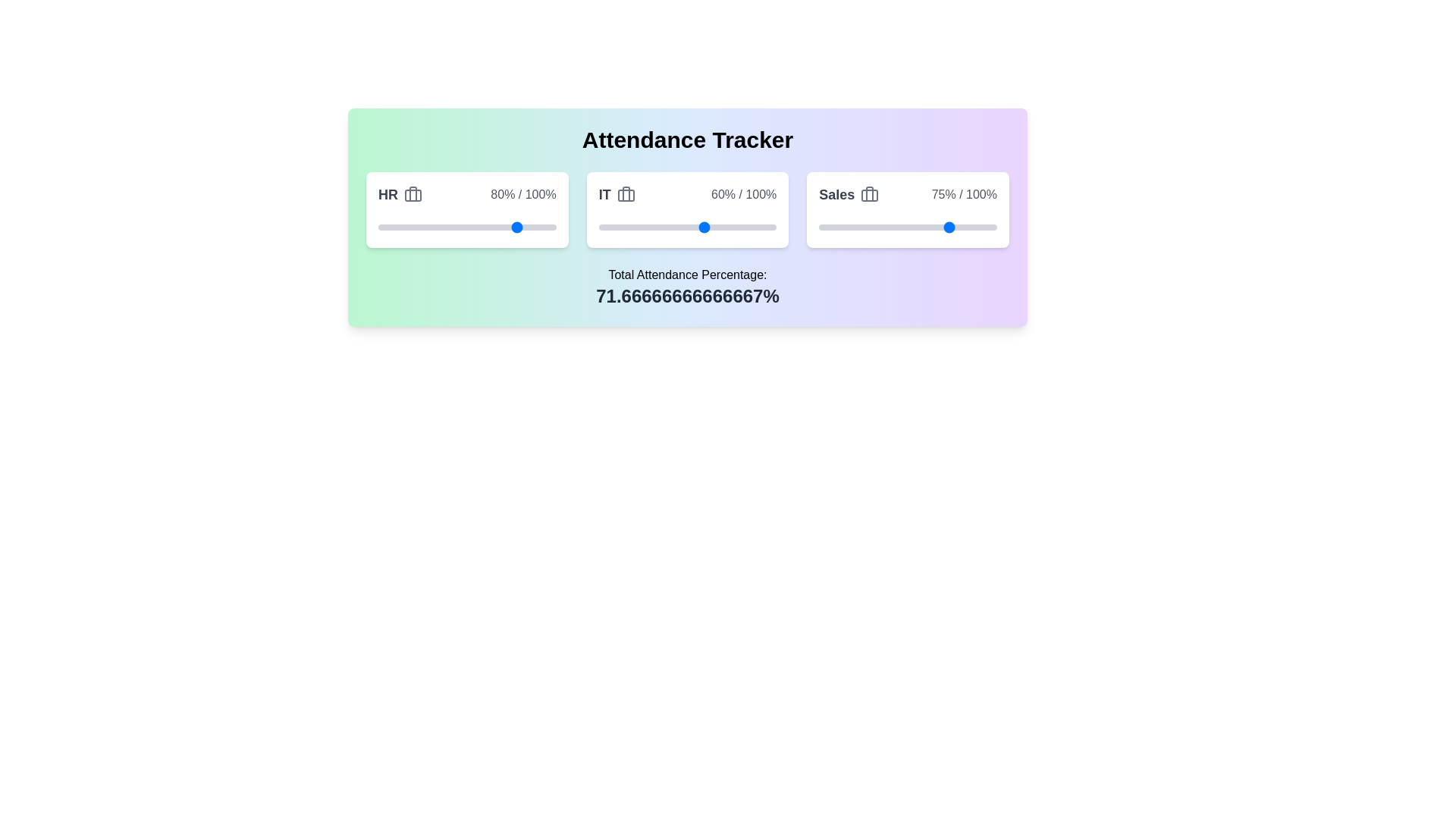 The width and height of the screenshot is (1456, 819). Describe the element at coordinates (687, 217) in the screenshot. I see `the statistics display panel titled 'Attendance Tracker', which includes team attendance sections and total attendance percentage` at that location.